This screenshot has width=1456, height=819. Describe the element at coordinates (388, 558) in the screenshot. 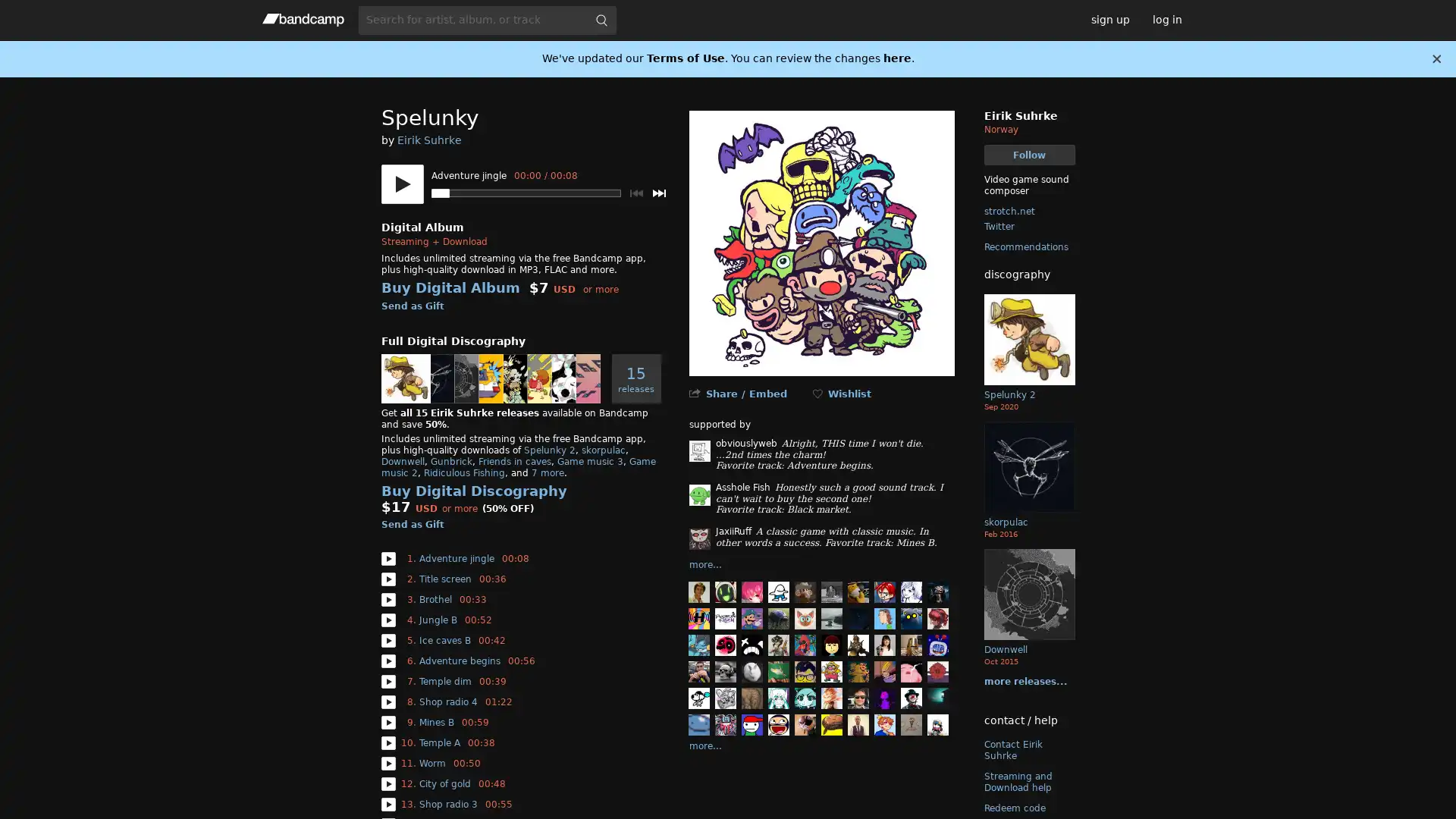

I see `Play Adventure jingle` at that location.